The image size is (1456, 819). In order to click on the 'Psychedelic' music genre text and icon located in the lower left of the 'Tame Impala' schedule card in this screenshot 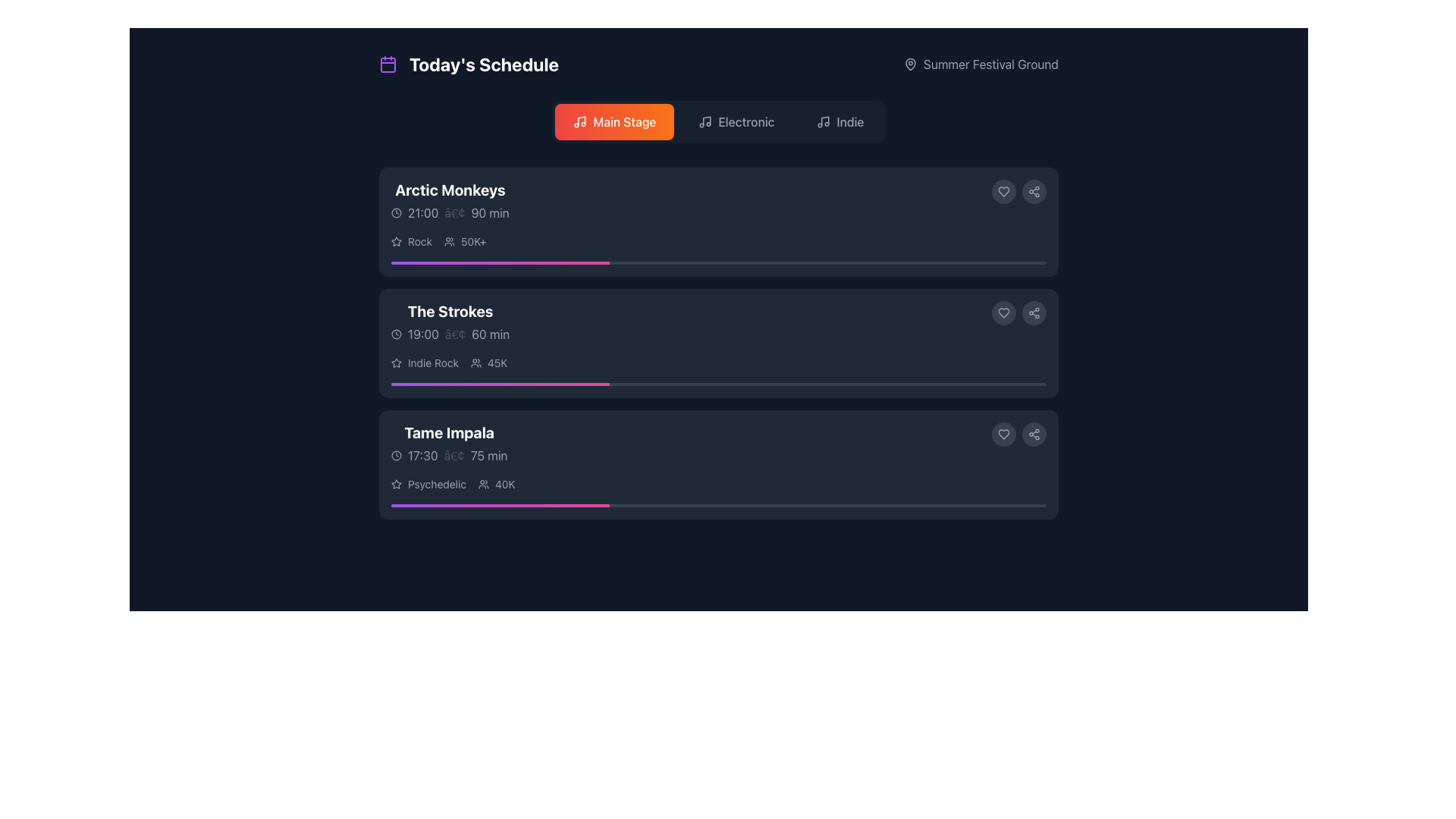, I will do `click(428, 485)`.